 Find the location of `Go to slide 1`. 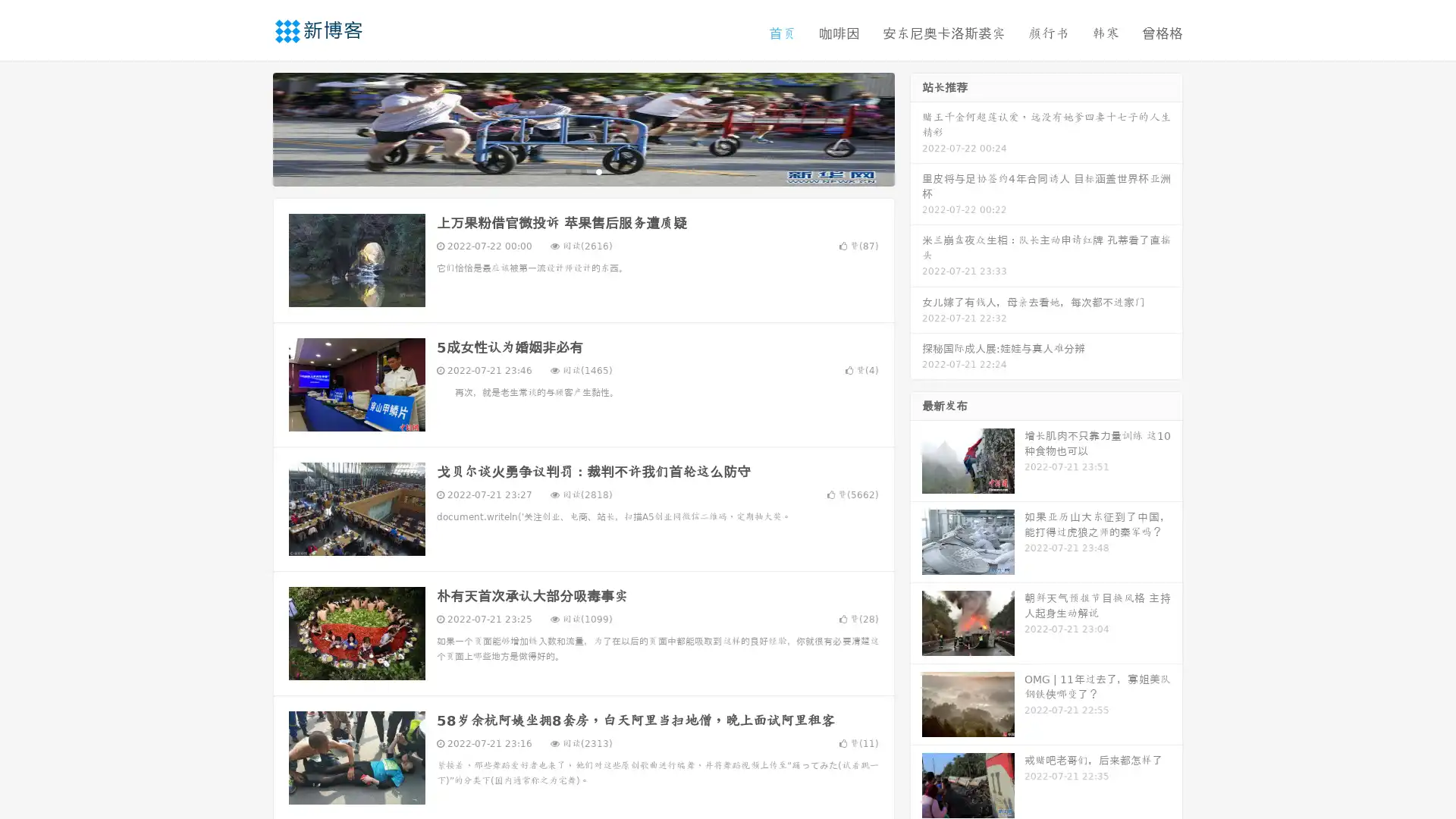

Go to slide 1 is located at coordinates (567, 171).